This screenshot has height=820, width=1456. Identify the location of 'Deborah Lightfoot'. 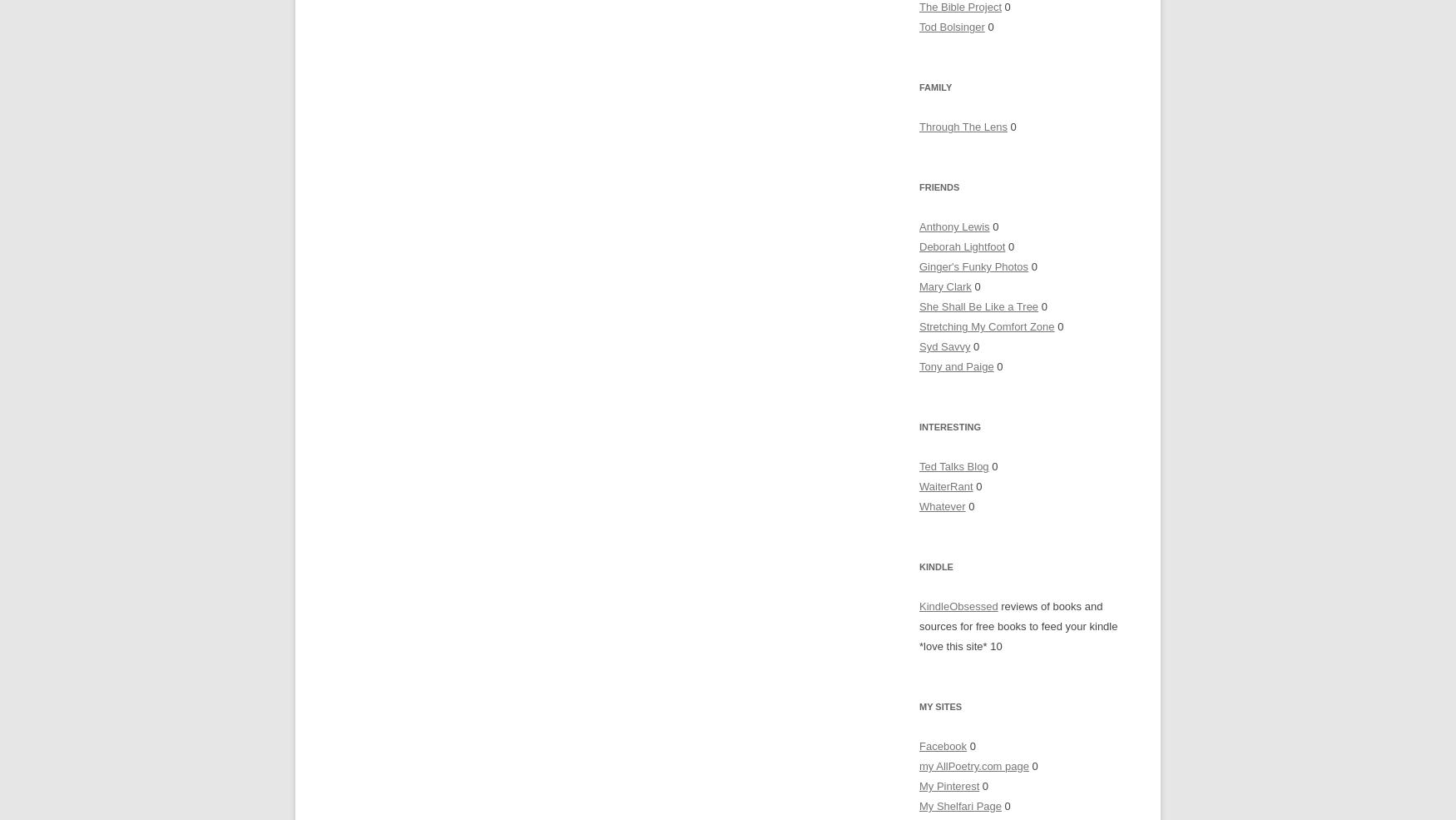
(961, 246).